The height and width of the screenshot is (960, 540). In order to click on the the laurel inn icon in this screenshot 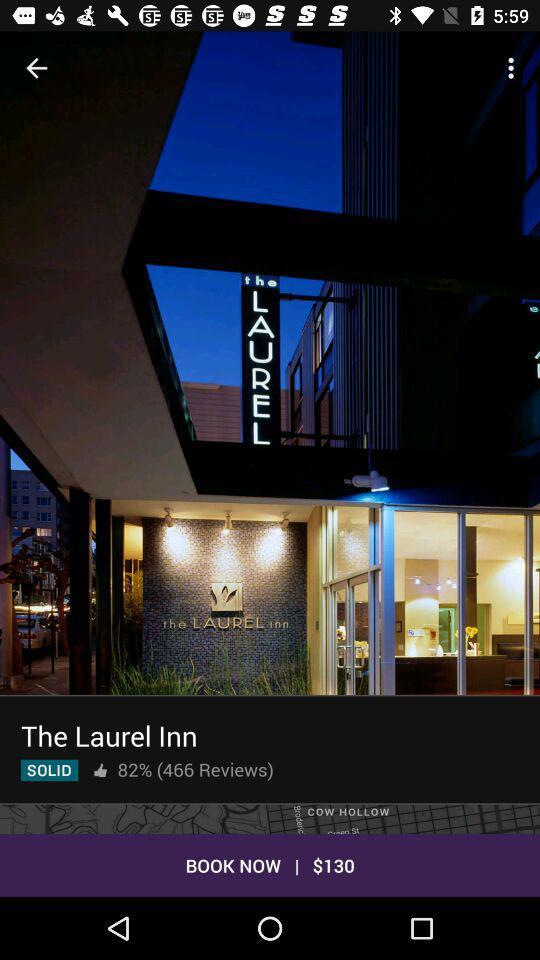, I will do `click(109, 734)`.